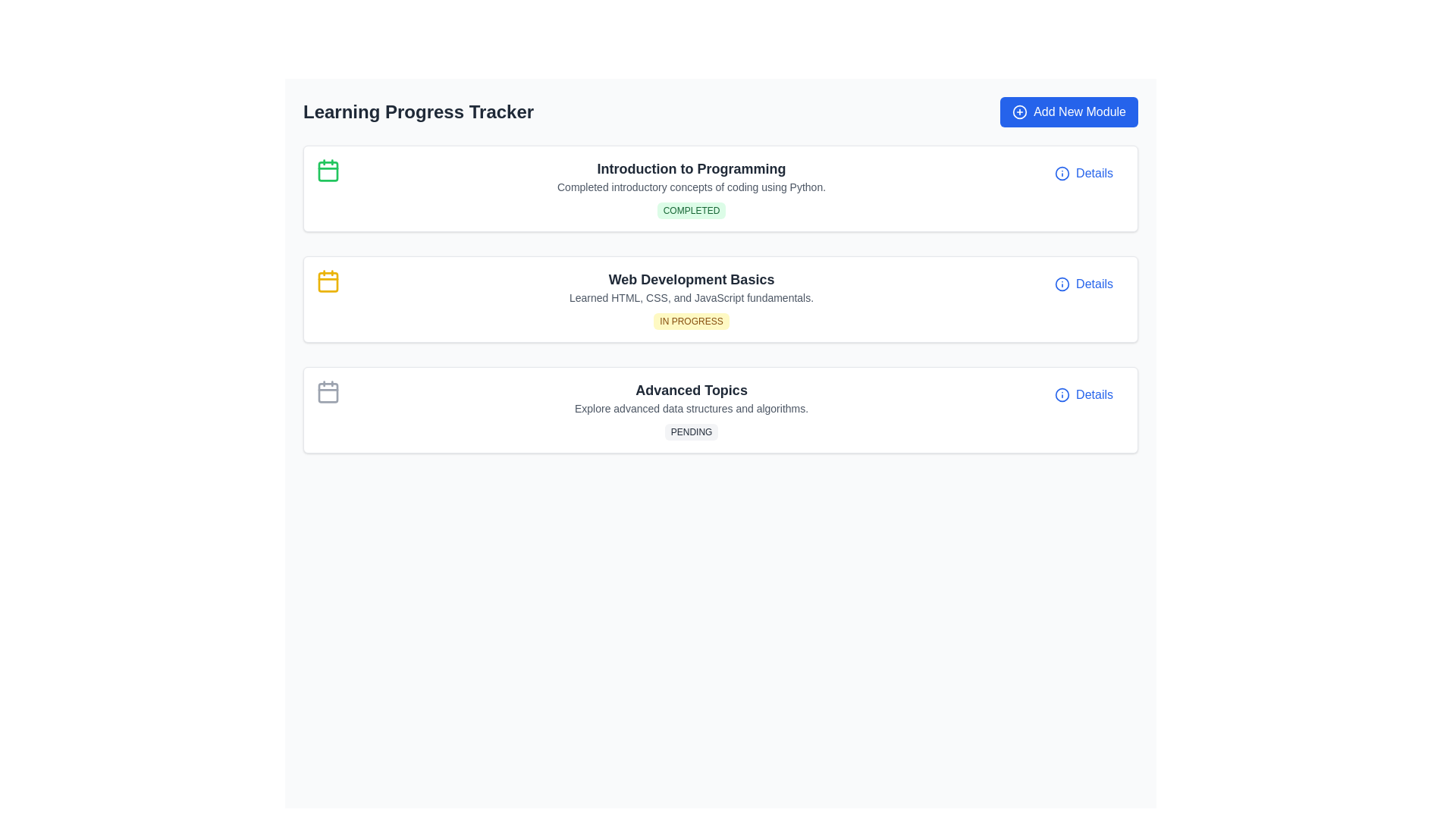 This screenshot has height=819, width=1456. Describe the element at coordinates (1062, 284) in the screenshot. I see `the circular blue information icon with an 'i' in the center, located to the right of the 'Advanced Topics' section and adjacent to the 'Details' label` at that location.